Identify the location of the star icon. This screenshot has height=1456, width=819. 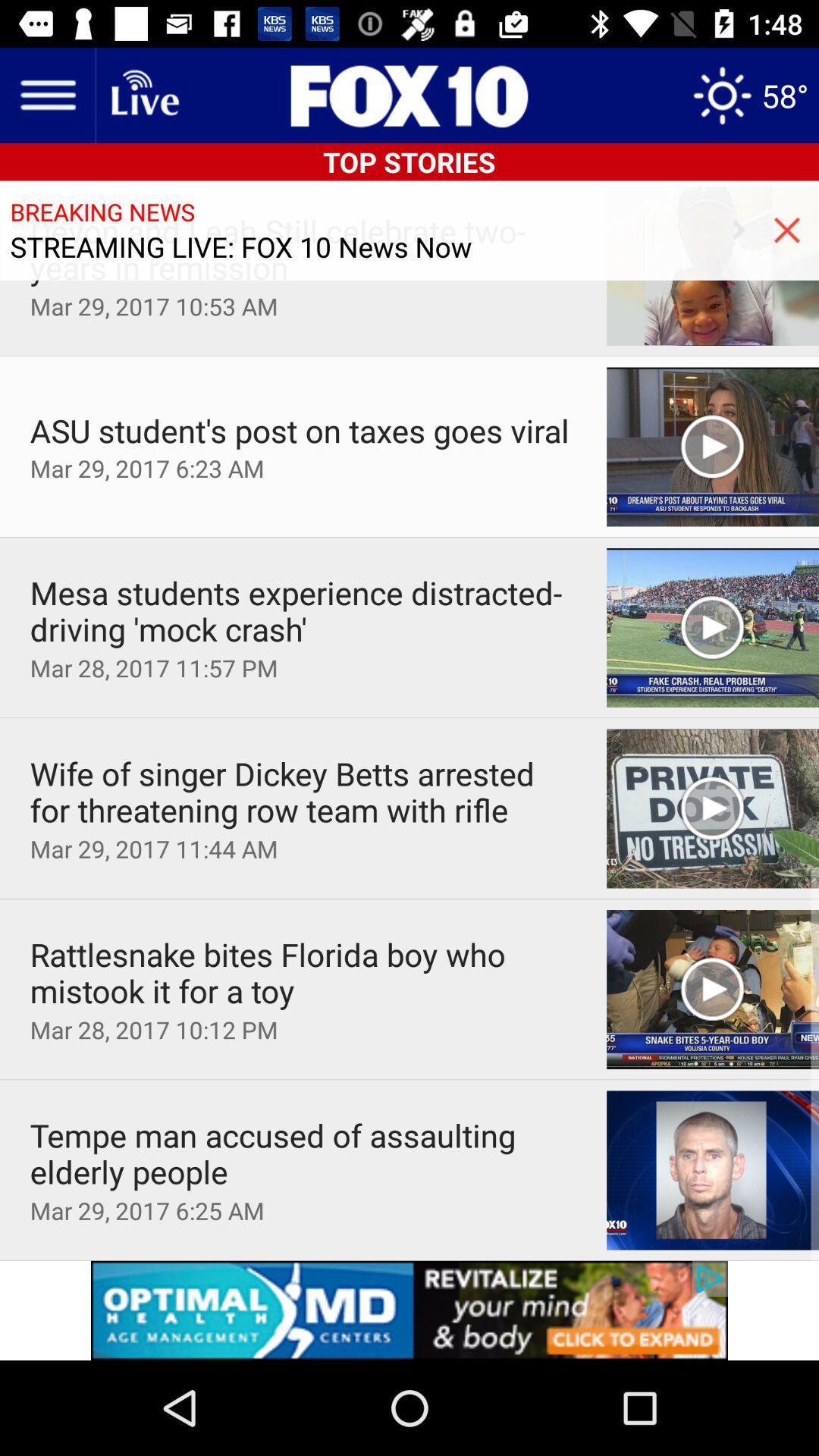
(749, 94).